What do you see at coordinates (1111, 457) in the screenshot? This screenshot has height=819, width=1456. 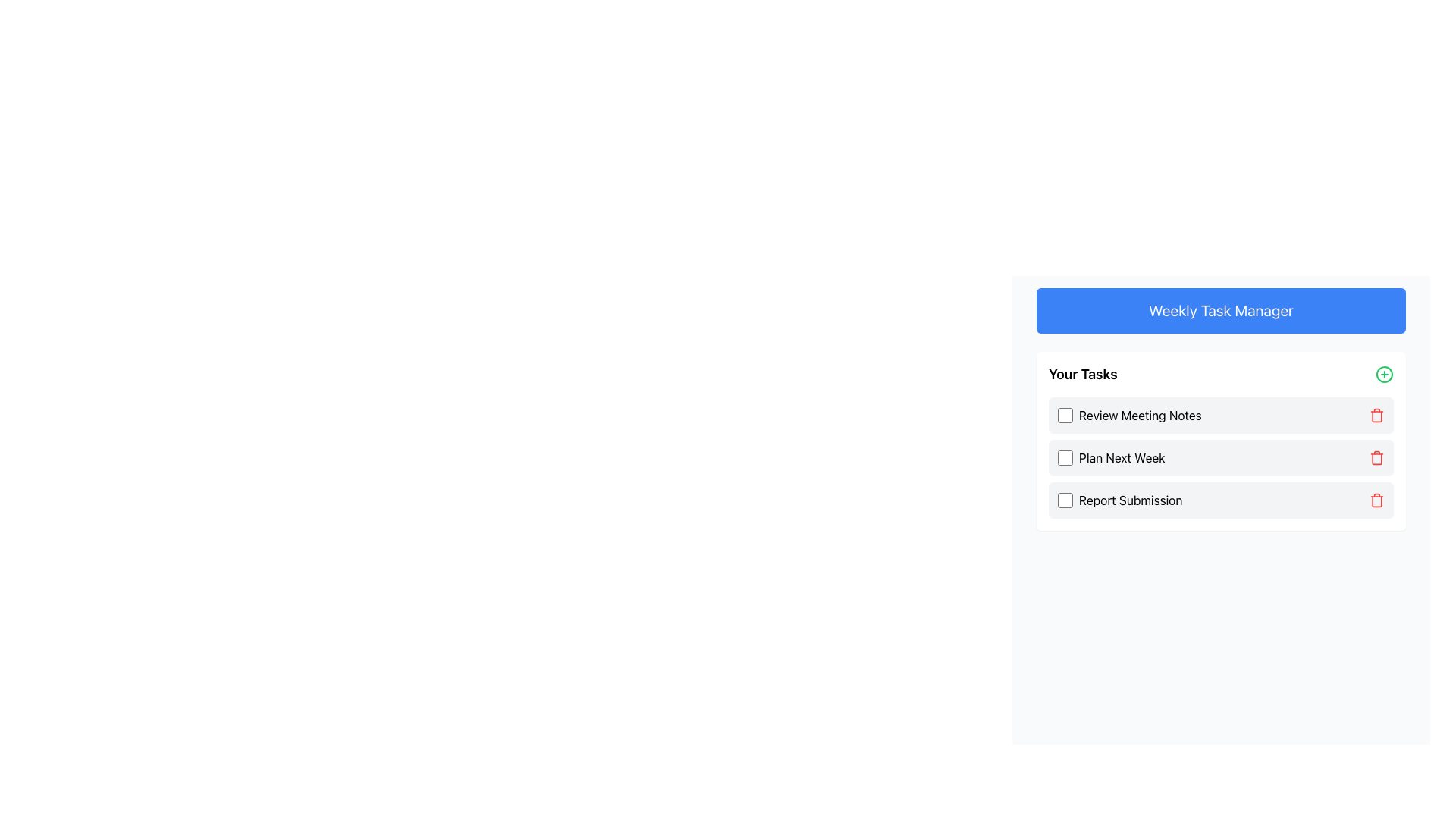 I see `the text label 'Plan Next Week' which is the second item in the list of tasks under 'Your Tasks', positioned directly to the right of its associated checkbox` at bounding box center [1111, 457].